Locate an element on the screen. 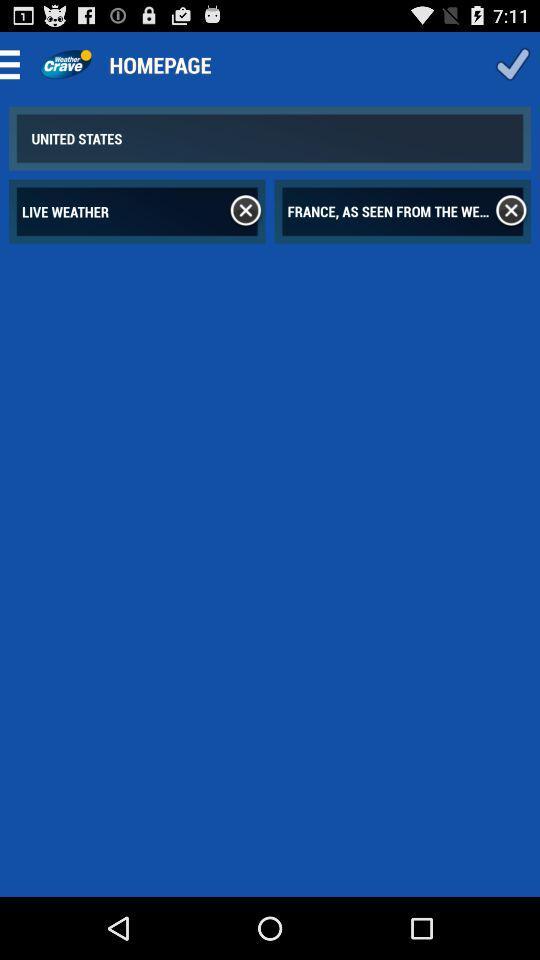 The width and height of the screenshot is (540, 960). changes is located at coordinates (512, 64).